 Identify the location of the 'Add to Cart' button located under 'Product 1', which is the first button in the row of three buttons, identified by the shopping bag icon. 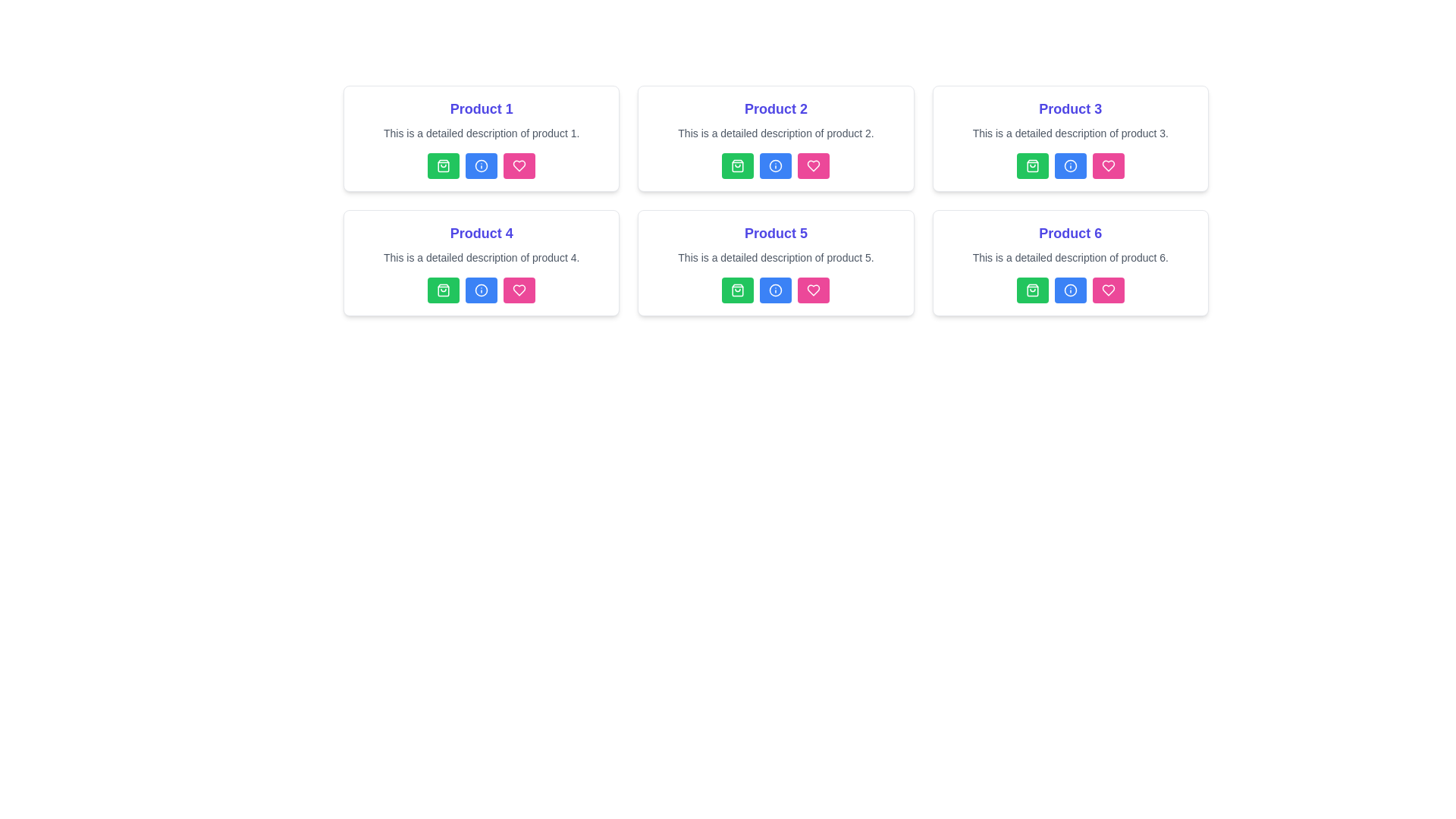
(443, 166).